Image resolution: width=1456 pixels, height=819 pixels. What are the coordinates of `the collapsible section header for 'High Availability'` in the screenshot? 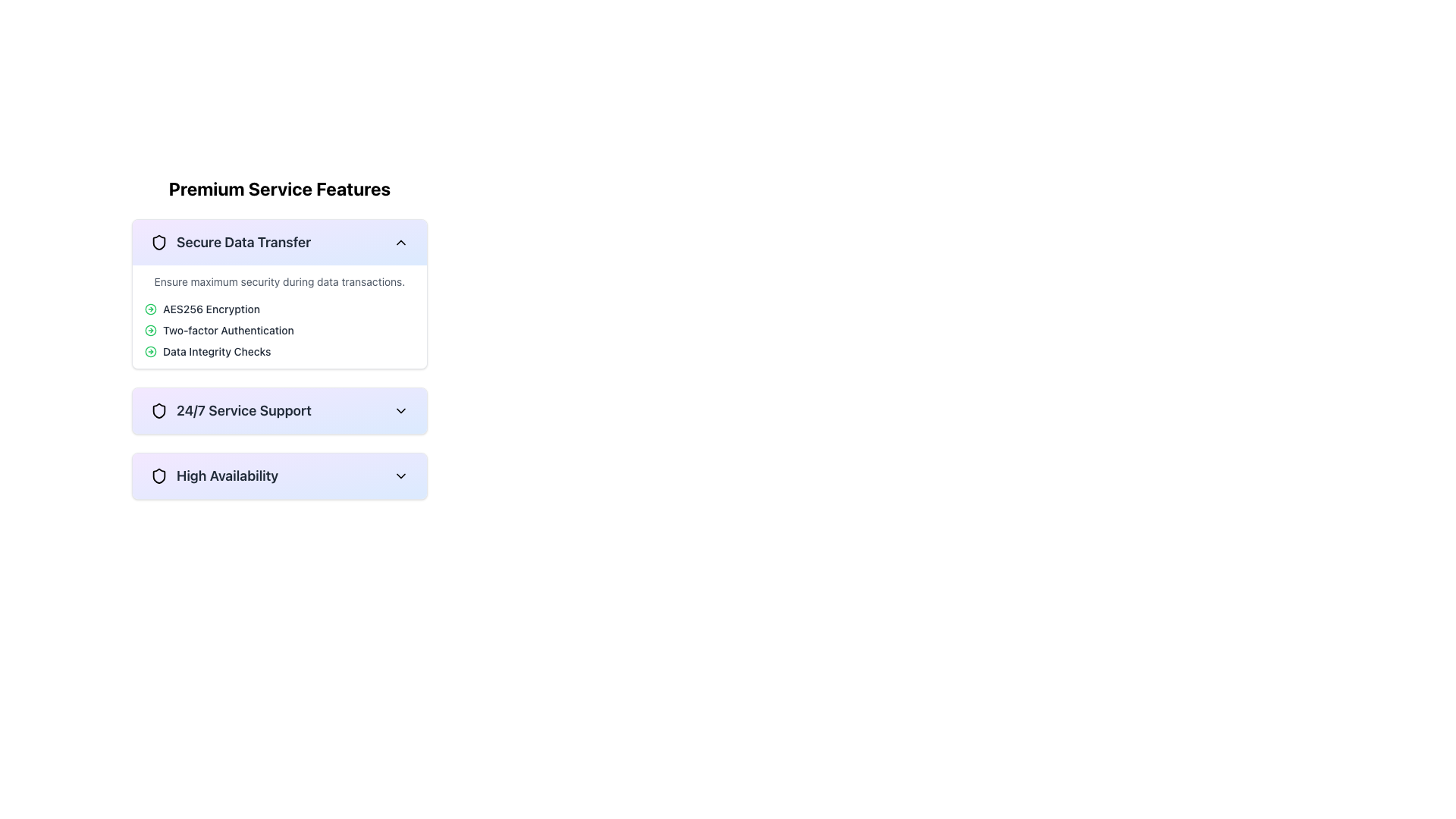 It's located at (280, 475).